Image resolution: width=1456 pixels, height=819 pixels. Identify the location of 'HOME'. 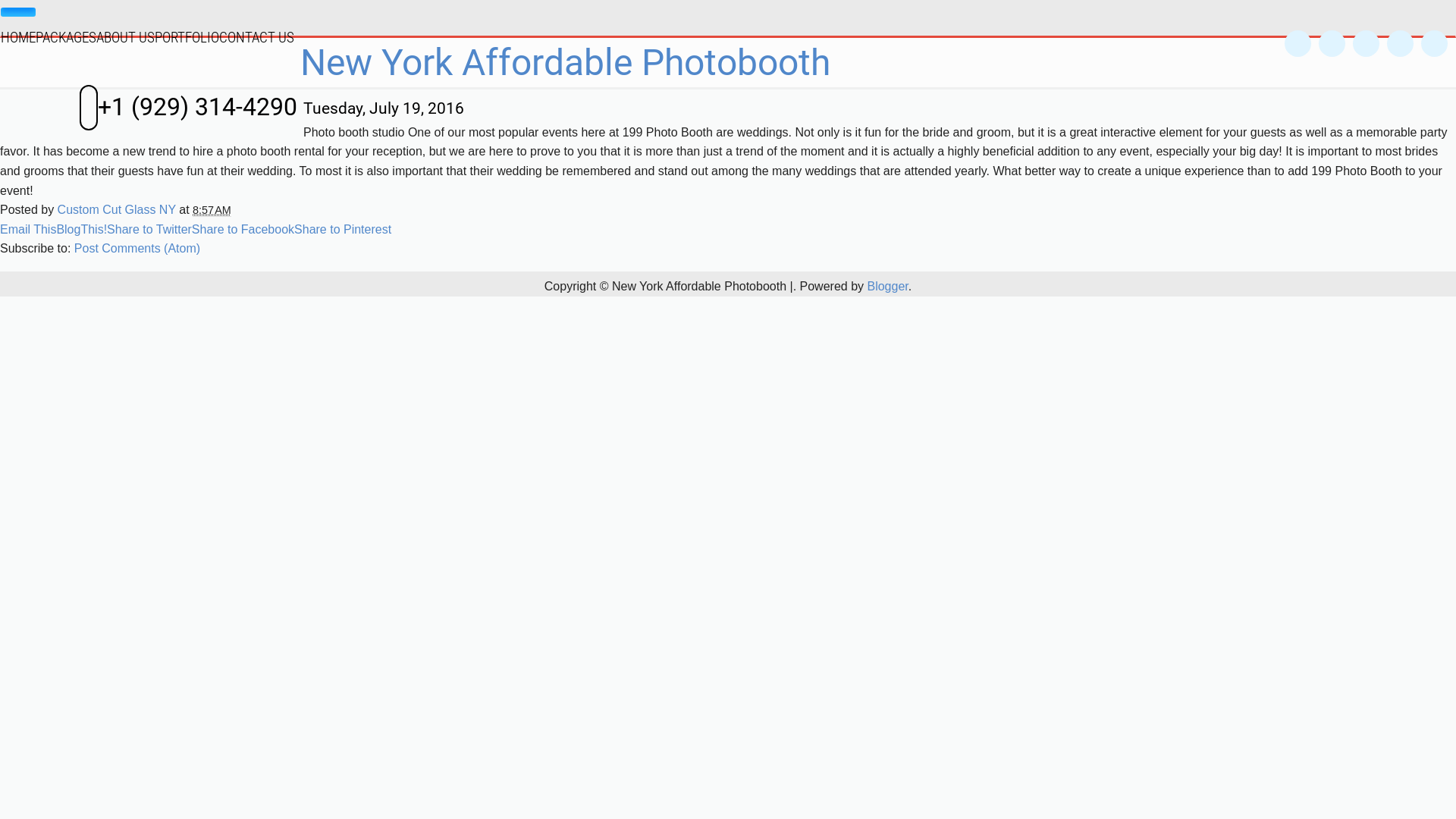
(18, 35).